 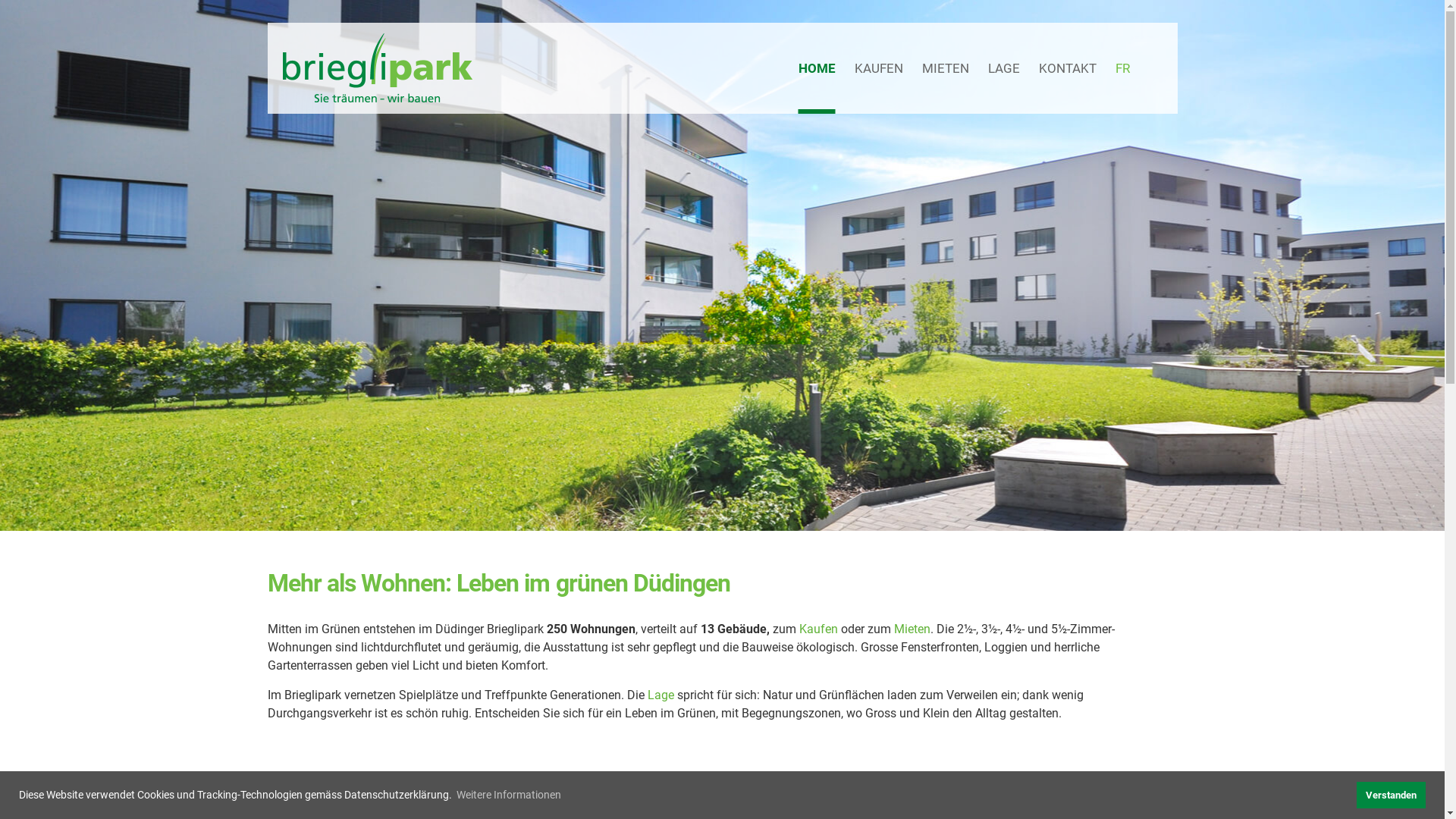 I want to click on 'KAUFEN', so click(x=854, y=67).